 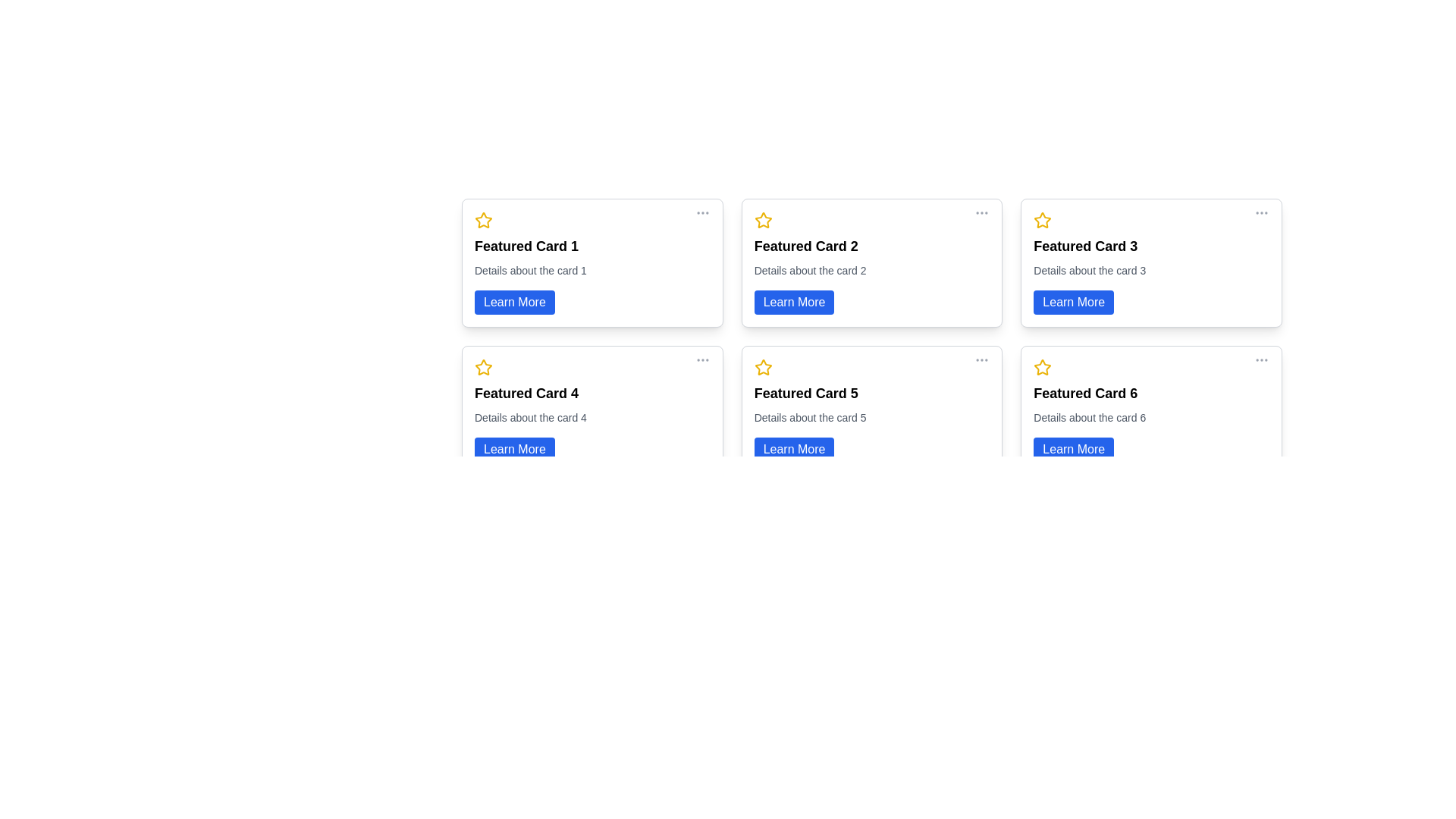 I want to click on the yellow star icon with no fill color and a yellow stroke, located at the top-left corner of the 'Featured Card 3', so click(x=1042, y=220).